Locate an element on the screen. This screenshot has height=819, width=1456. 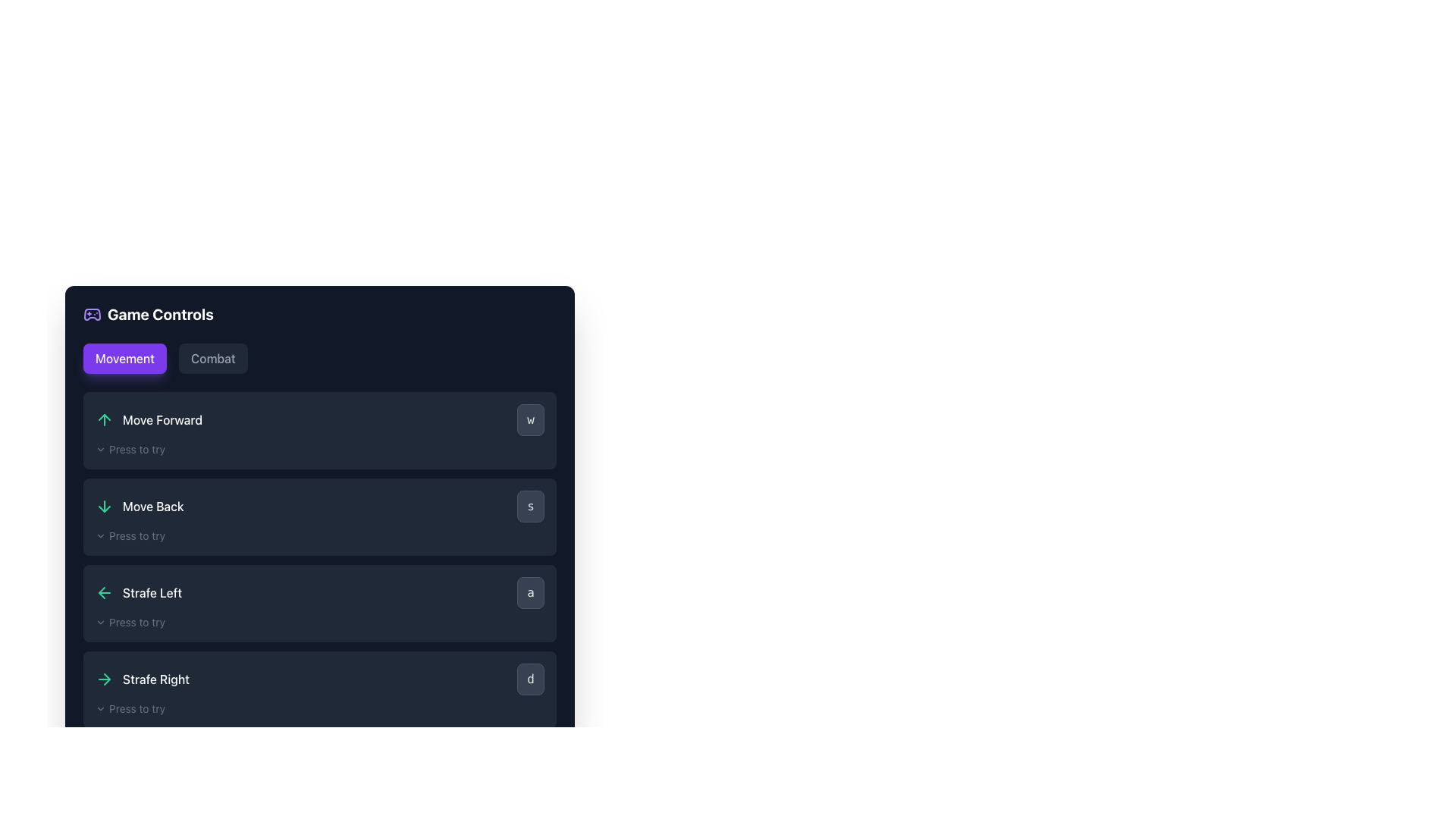
text label displaying 'Strafe Right', which is the last text label in the vertical list of movement controls, positioned against a dark background is located at coordinates (156, 678).